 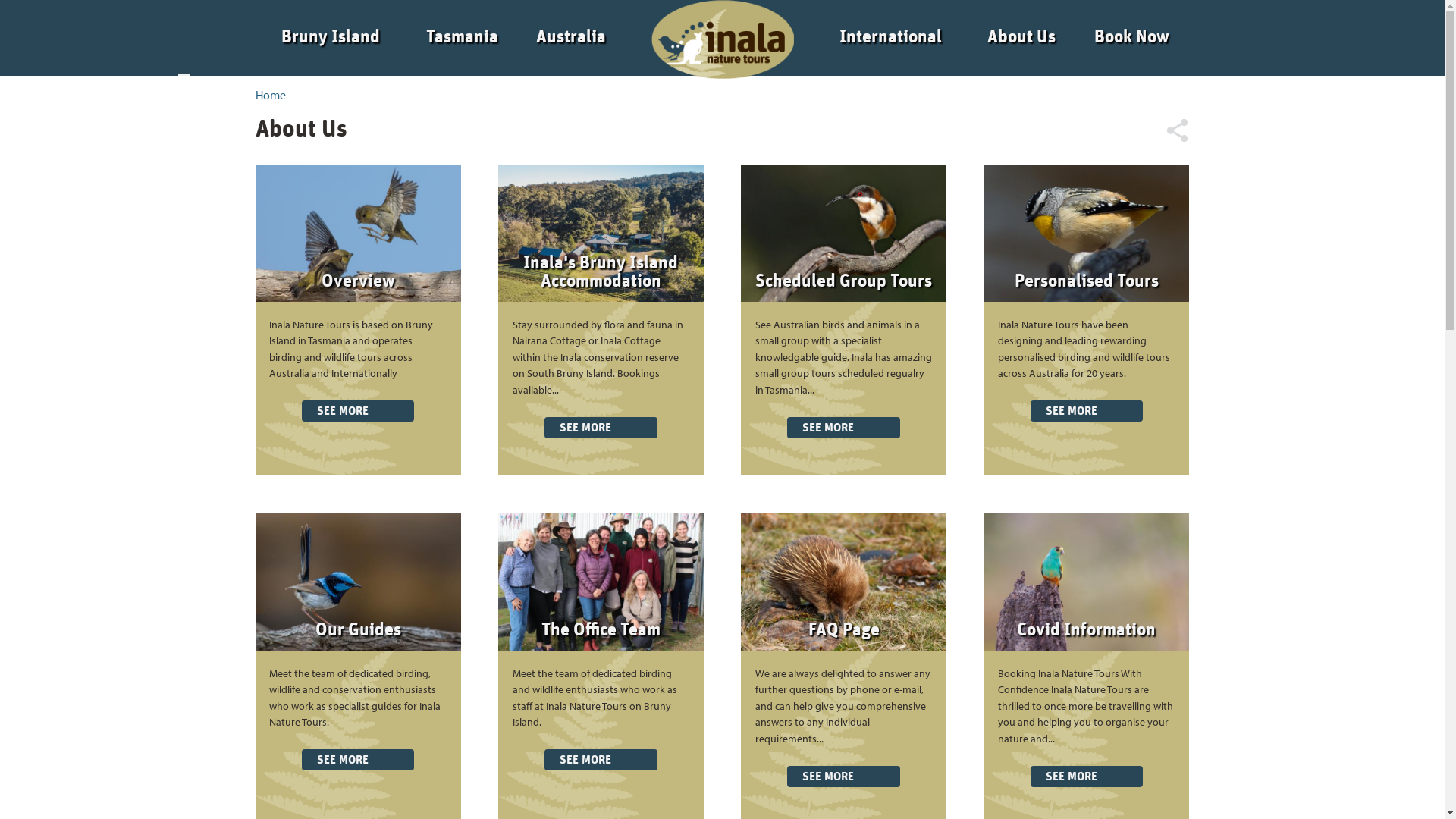 What do you see at coordinates (717, 36) in the screenshot?
I see `'Logo'` at bounding box center [717, 36].